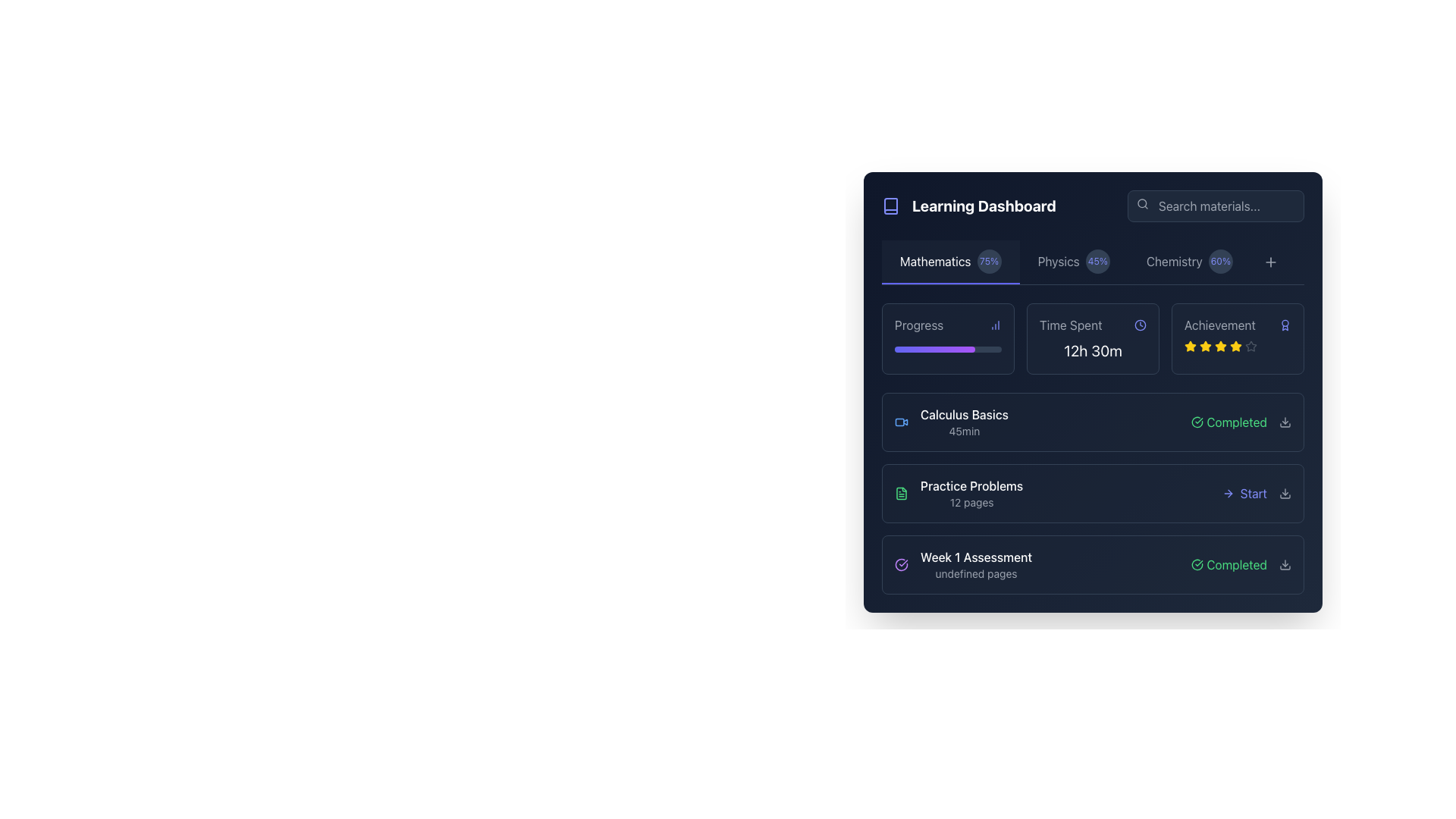  I want to click on title text element for the course module 'Calculus Basics' located in the 'Mathematics' section, positioned above the '45min' label, so click(964, 415).